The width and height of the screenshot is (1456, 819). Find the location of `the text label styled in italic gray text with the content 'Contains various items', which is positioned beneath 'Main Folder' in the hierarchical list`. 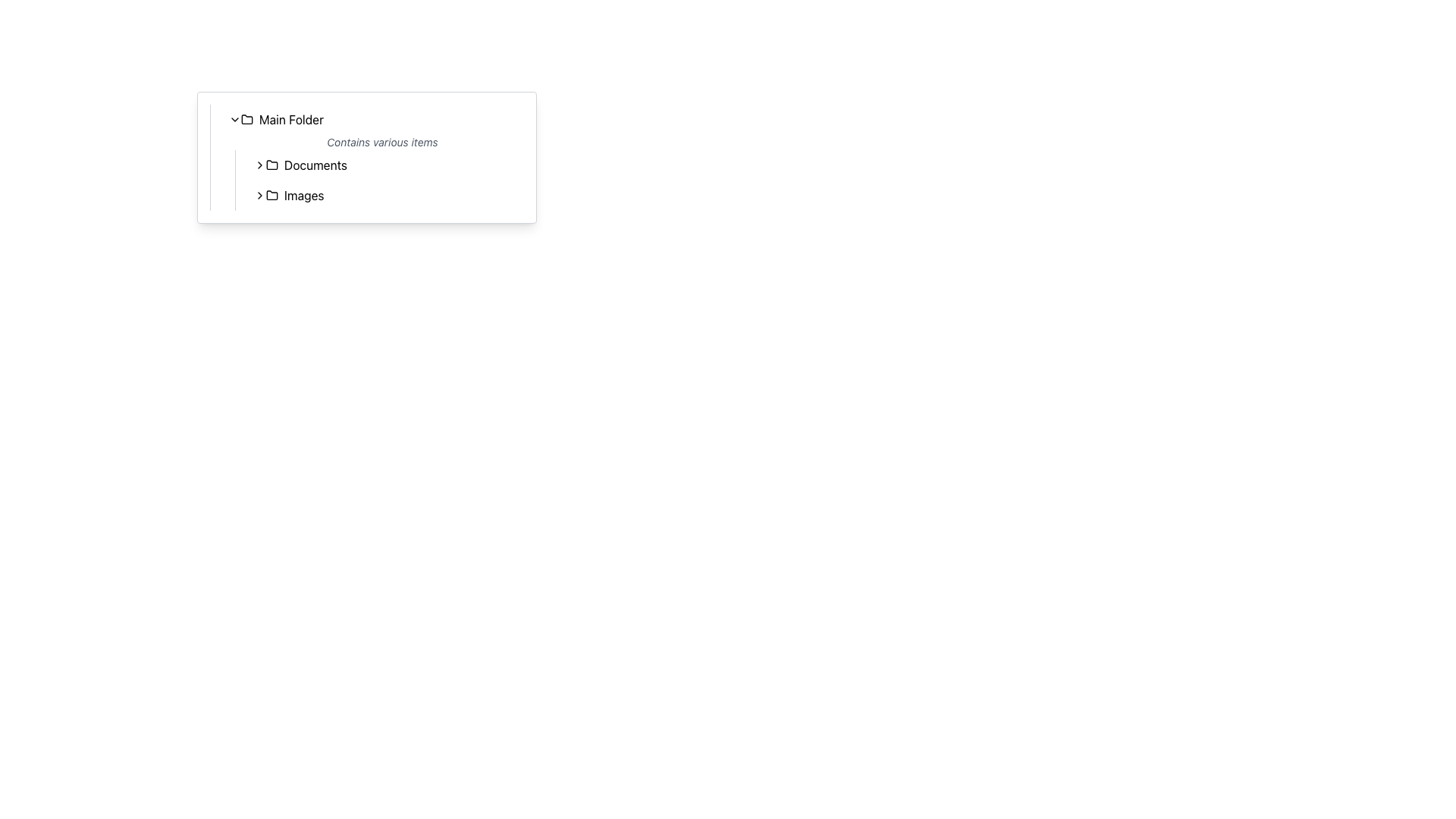

the text label styled in italic gray text with the content 'Contains various items', which is positioned beneath 'Main Folder' in the hierarchical list is located at coordinates (373, 143).